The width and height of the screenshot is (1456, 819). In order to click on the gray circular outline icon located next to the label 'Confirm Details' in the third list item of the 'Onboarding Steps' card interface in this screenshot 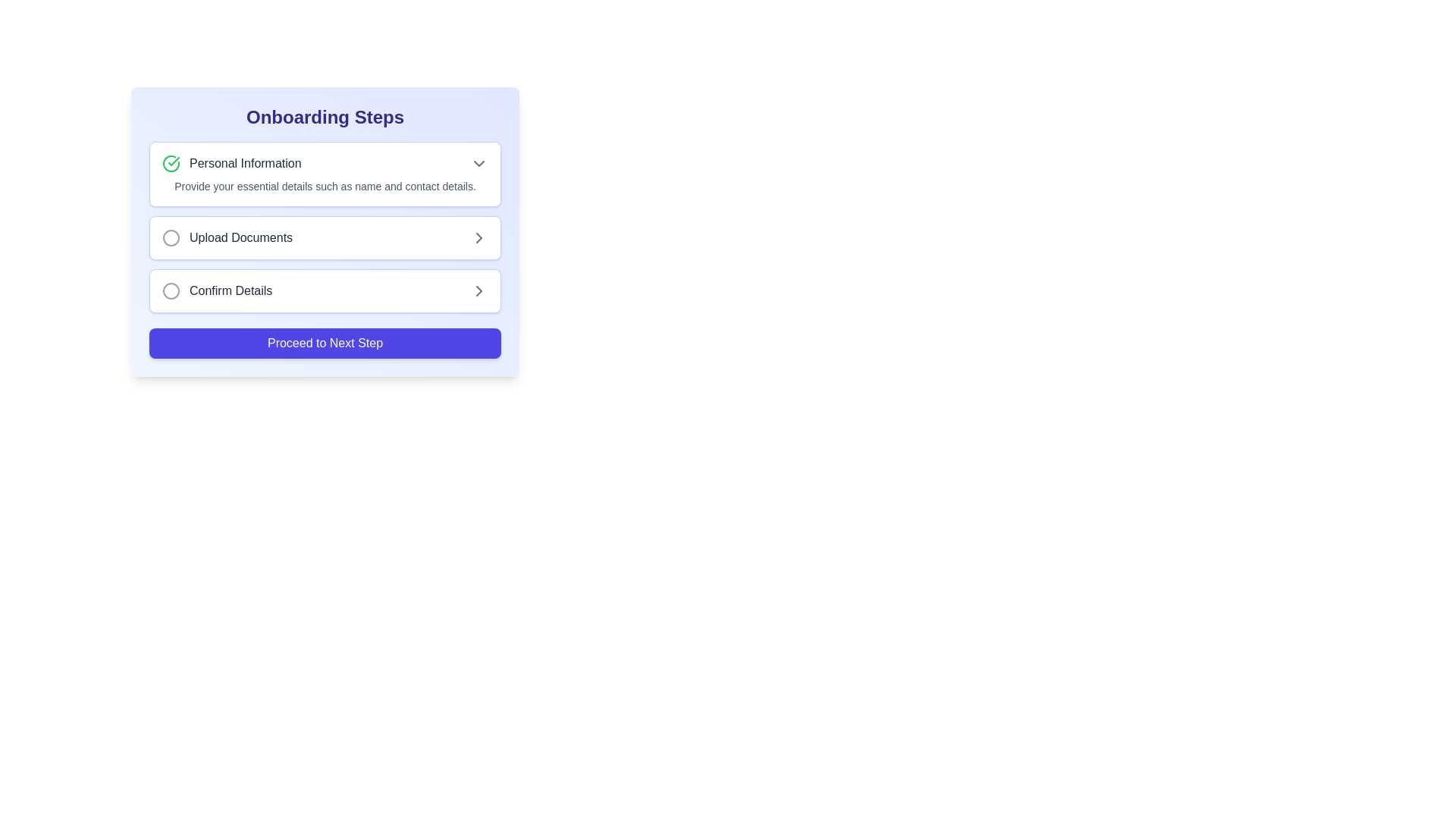, I will do `click(171, 291)`.